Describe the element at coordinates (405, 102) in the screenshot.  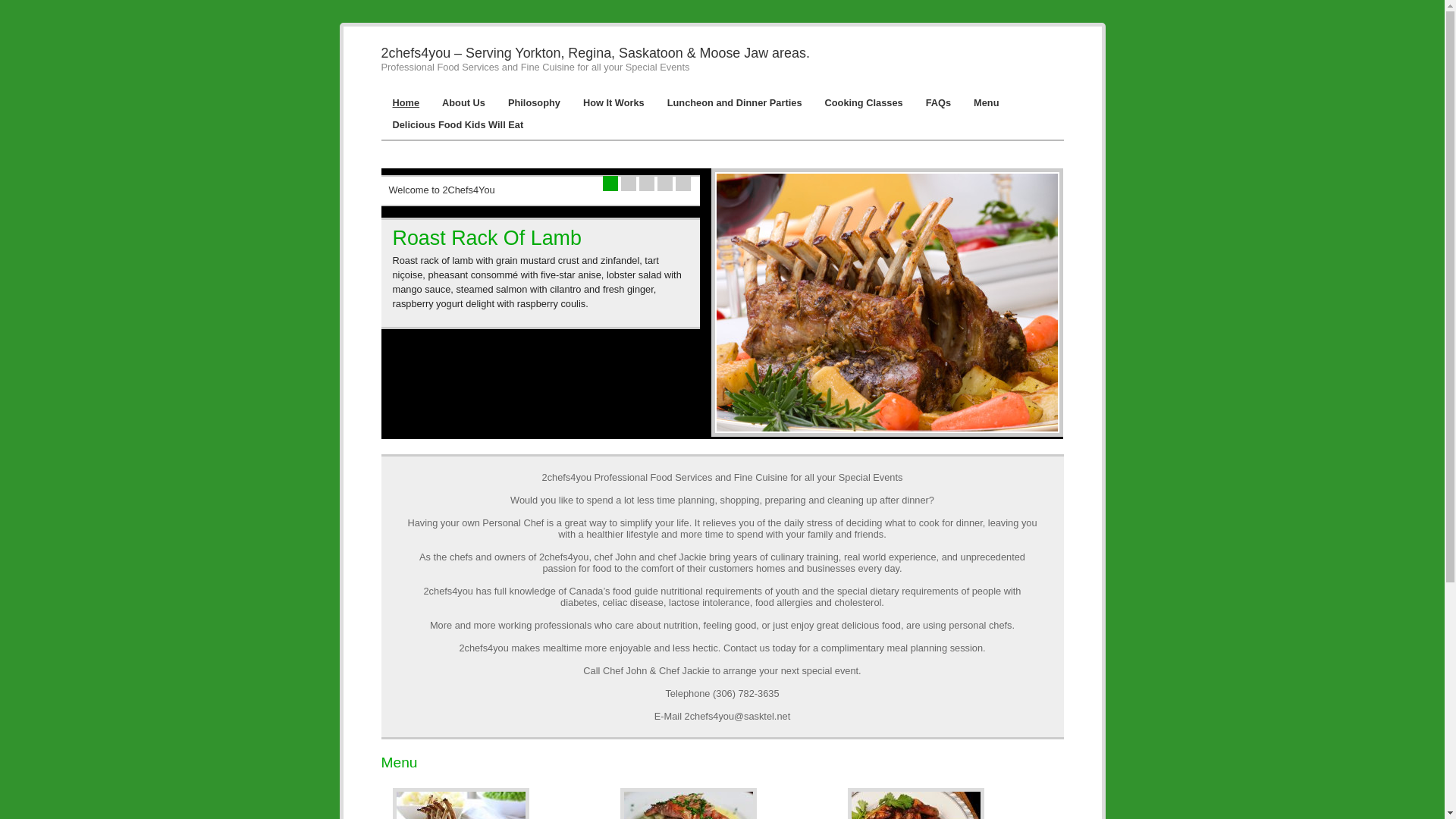
I see `'Home'` at that location.